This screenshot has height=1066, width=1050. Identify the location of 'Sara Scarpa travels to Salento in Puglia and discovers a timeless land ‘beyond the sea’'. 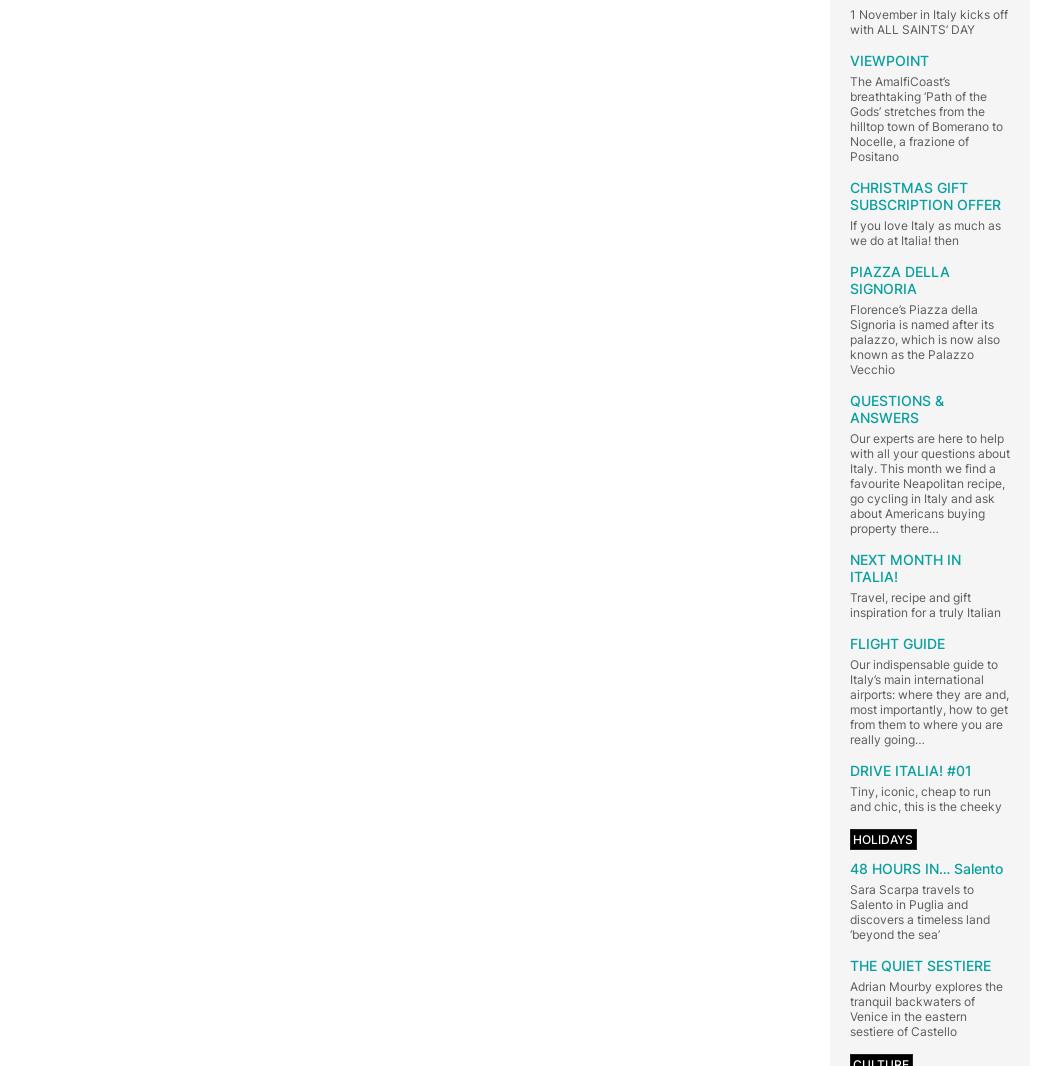
(920, 911).